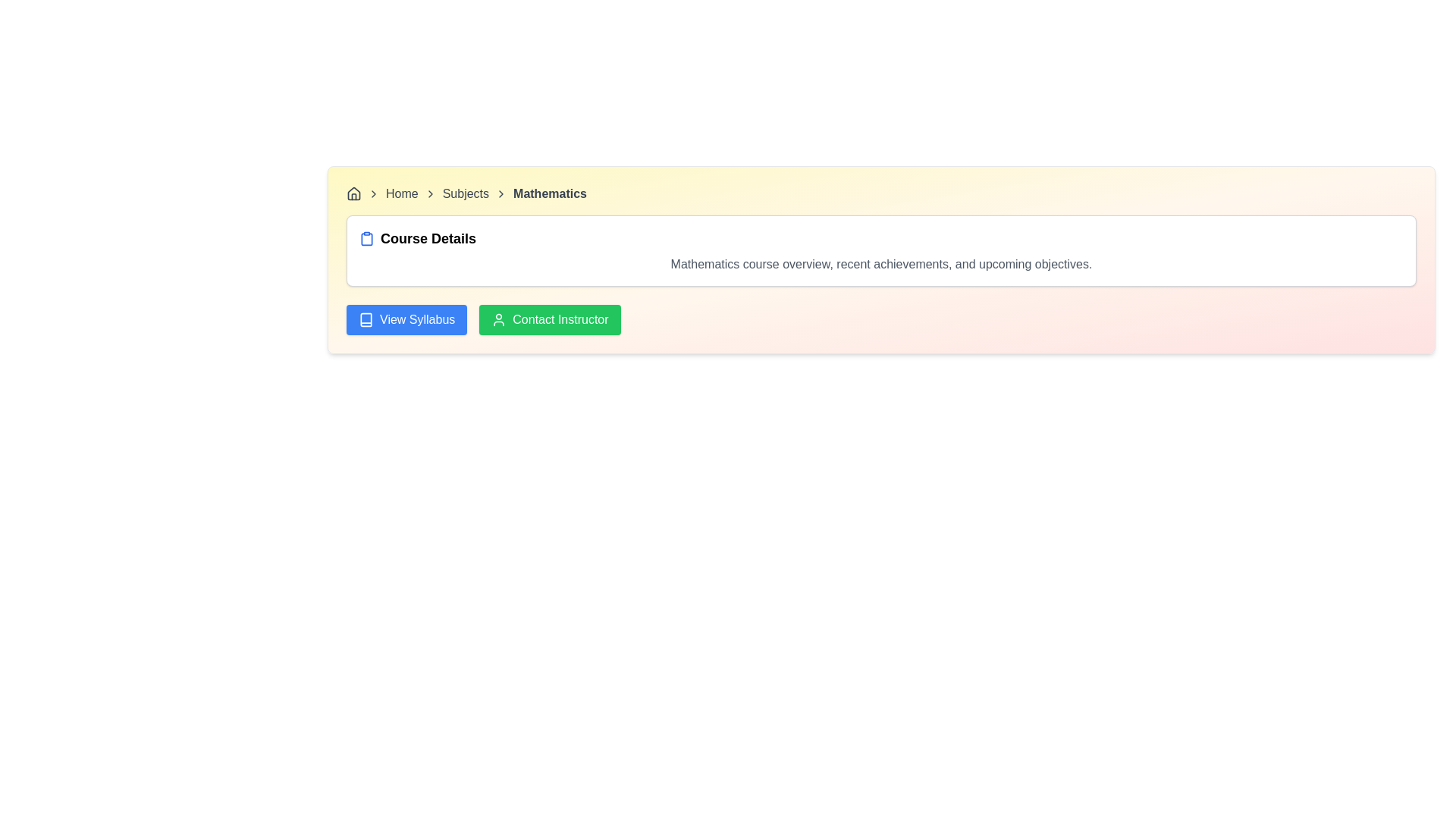 The width and height of the screenshot is (1456, 819). Describe the element at coordinates (406, 318) in the screenshot. I see `the 'View Syllabus' button, which is a rectangular button with a blue background and white text, positioned to the left of 'Contact Instructor'` at that location.